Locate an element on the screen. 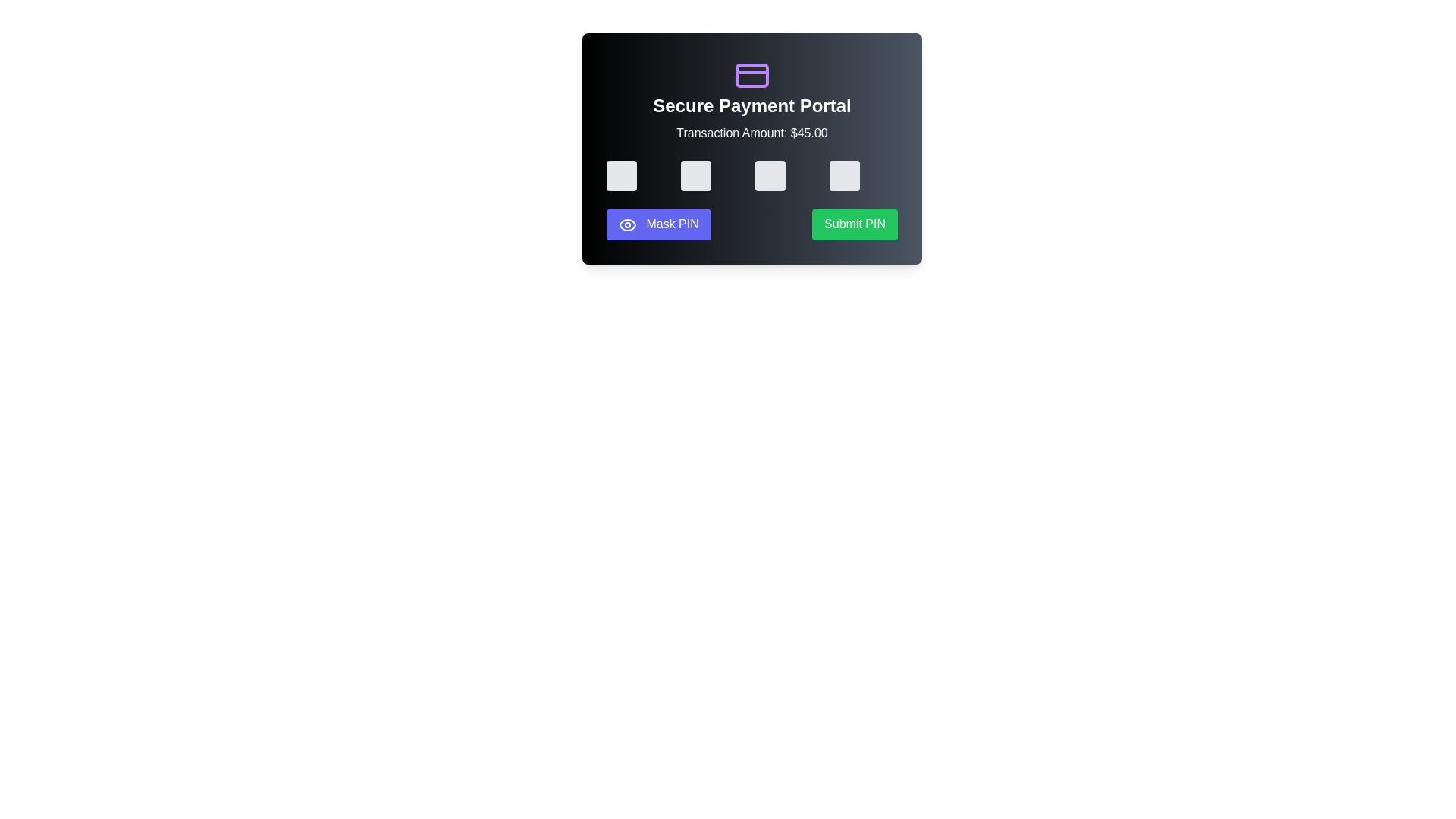 This screenshot has height=819, width=1456. upper component of the credit card SVG icon located at the top center of the payment portal interface is located at coordinates (752, 76).